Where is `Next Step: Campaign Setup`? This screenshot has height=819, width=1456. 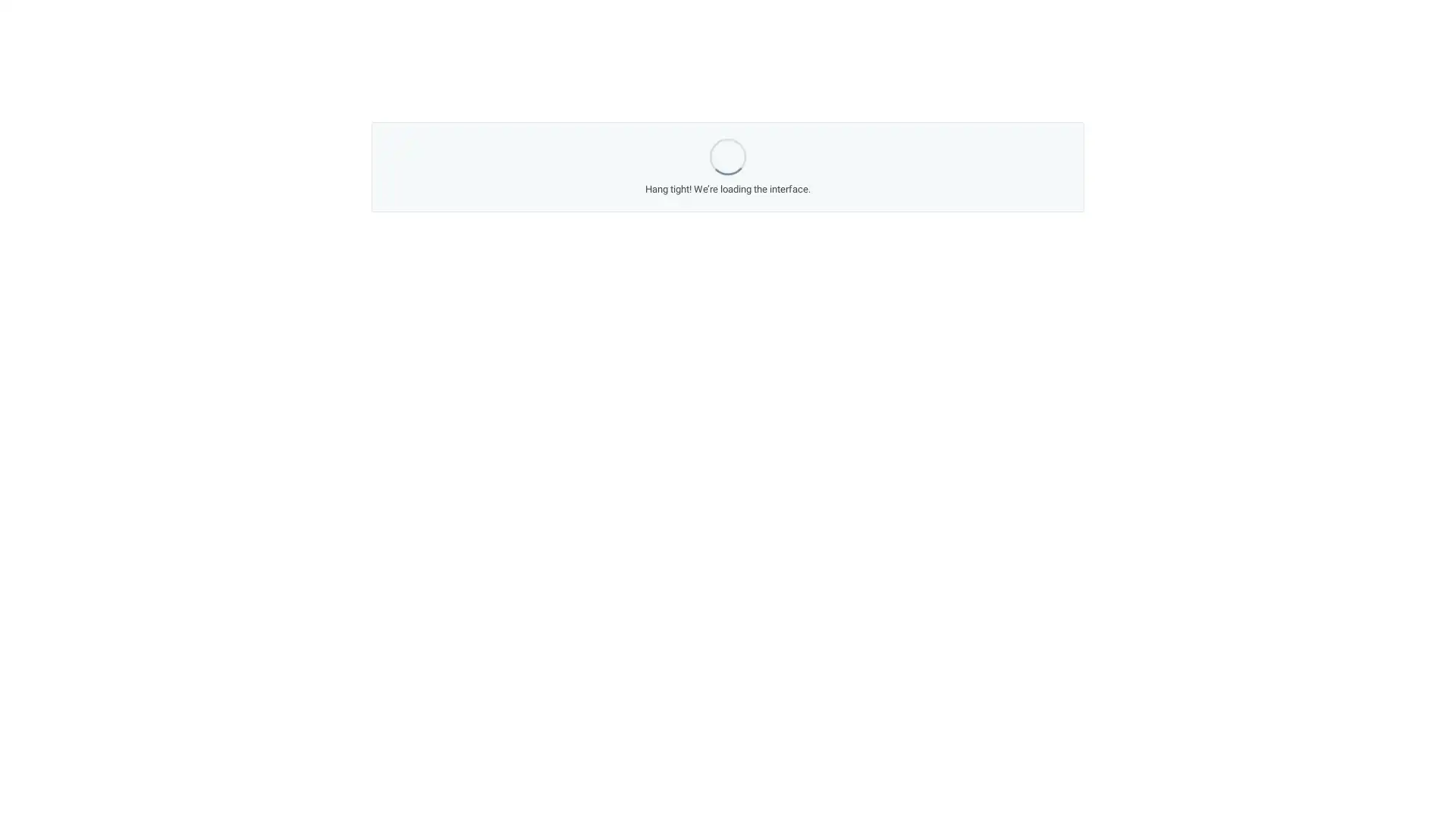
Next Step: Campaign Setup is located at coordinates (850, 540).